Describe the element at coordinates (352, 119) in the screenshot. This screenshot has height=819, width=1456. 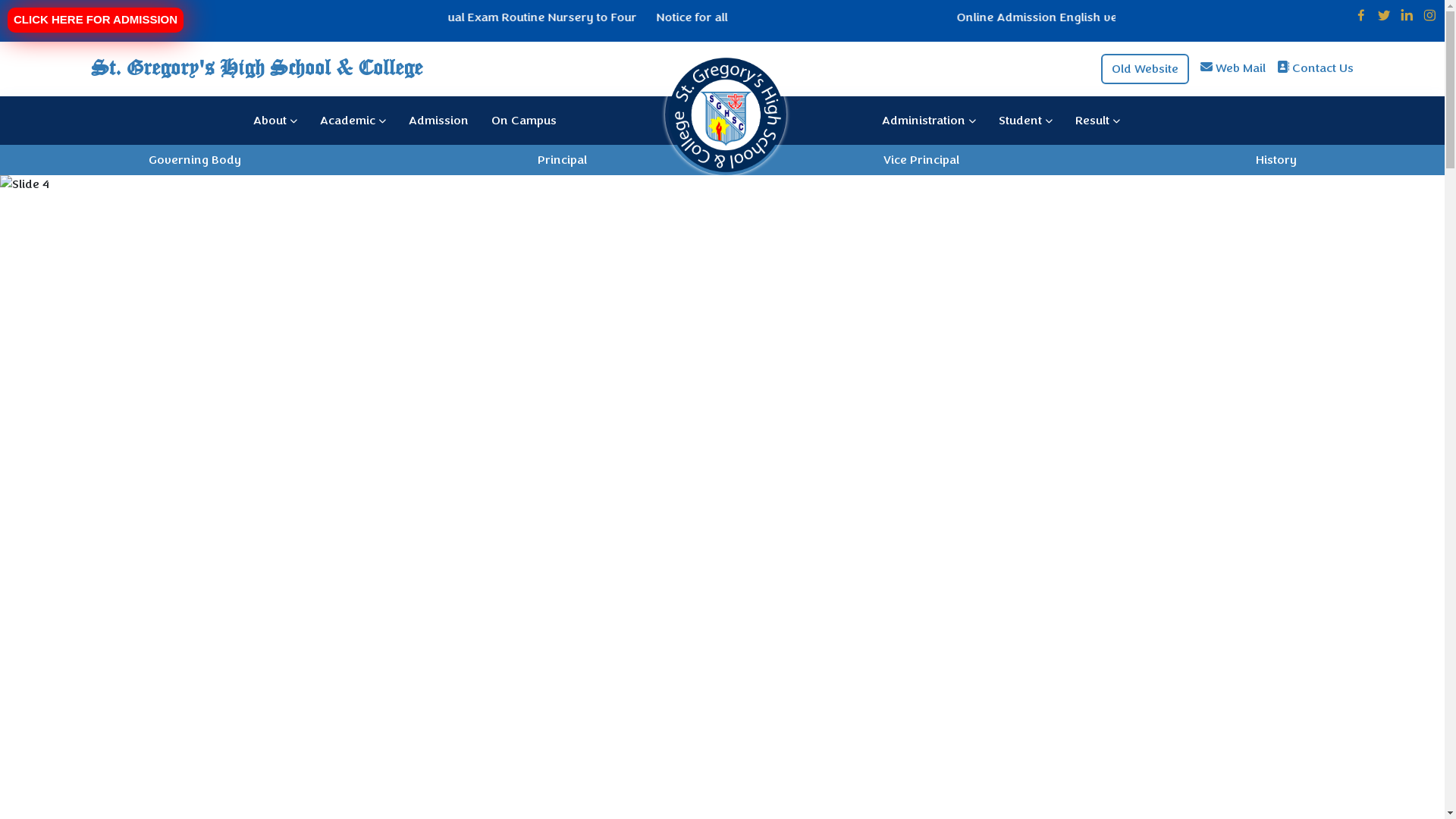
I see `'Academic'` at that location.